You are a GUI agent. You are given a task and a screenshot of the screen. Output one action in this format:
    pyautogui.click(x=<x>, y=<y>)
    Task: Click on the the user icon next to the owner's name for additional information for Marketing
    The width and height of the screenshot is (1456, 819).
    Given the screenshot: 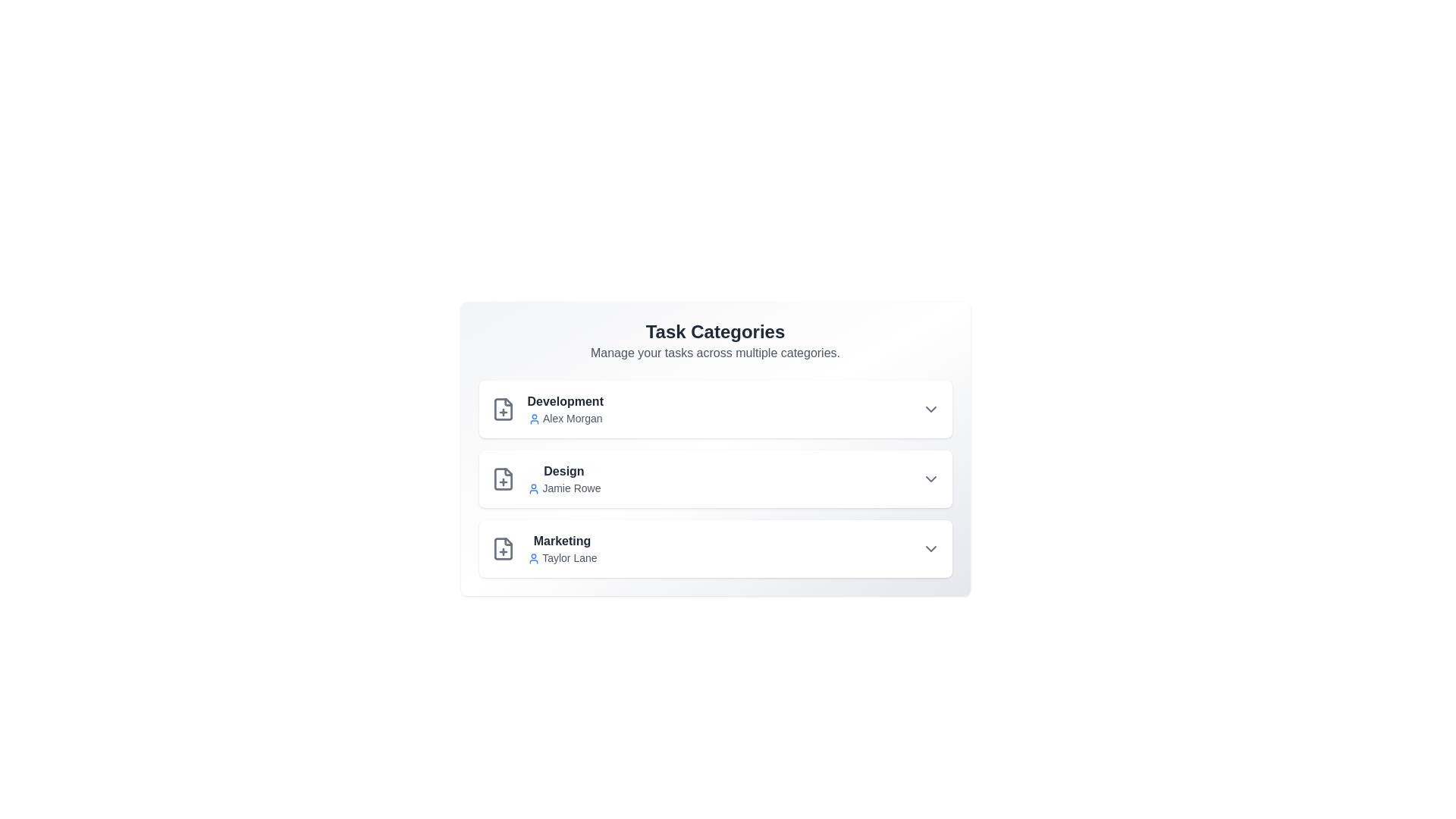 What is the action you would take?
    pyautogui.click(x=533, y=559)
    